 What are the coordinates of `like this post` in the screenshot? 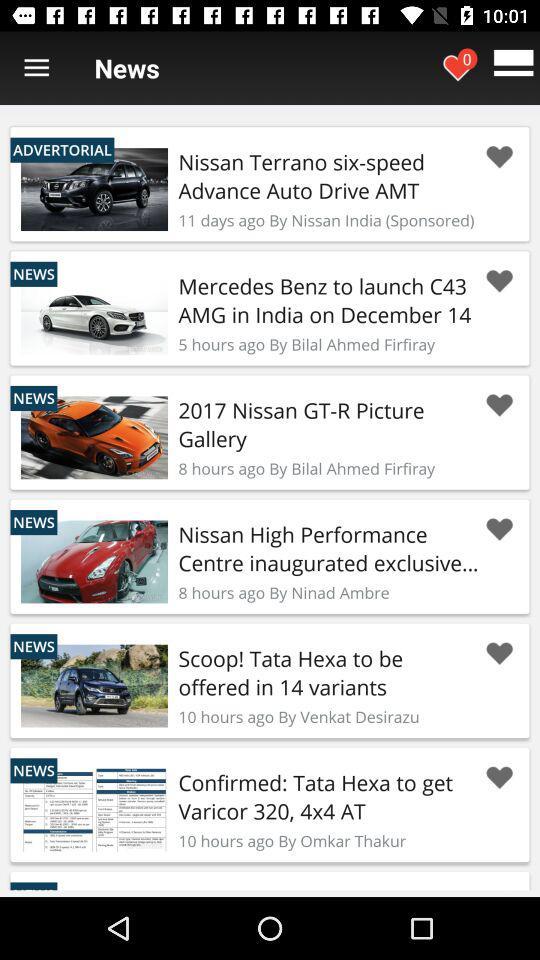 It's located at (498, 652).